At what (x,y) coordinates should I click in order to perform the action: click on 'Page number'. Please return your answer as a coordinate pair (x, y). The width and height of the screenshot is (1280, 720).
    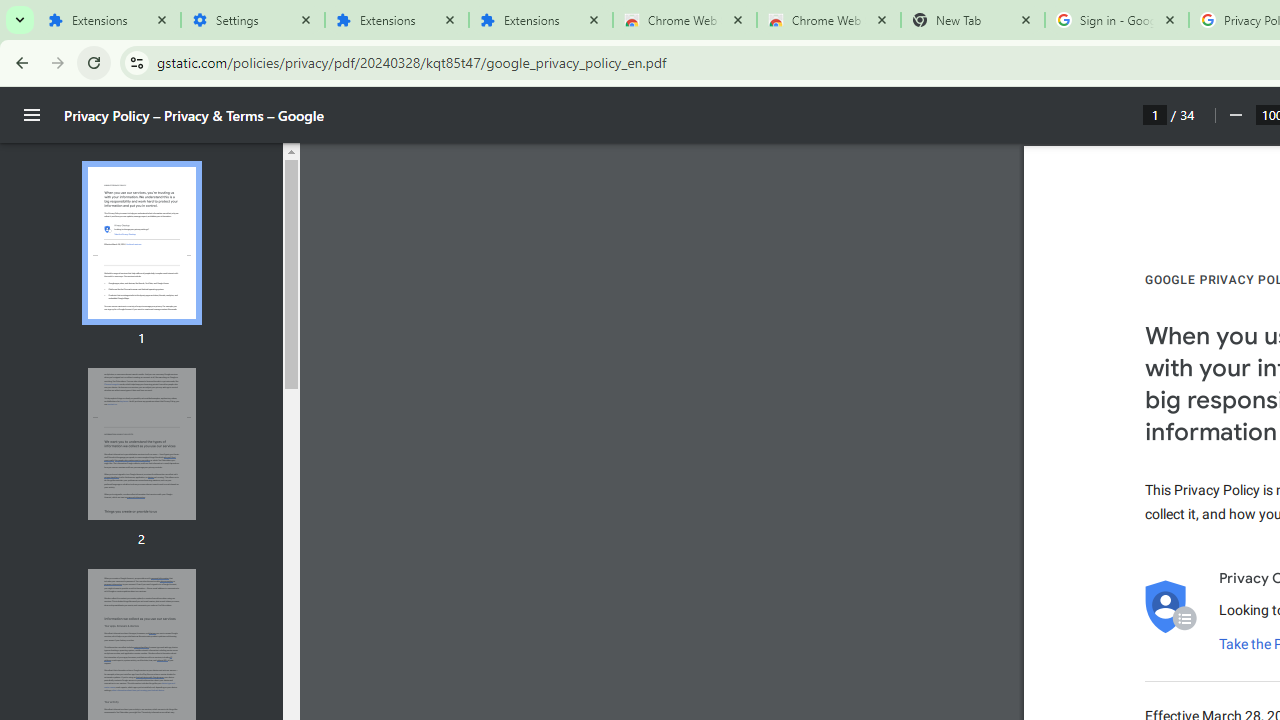
    Looking at the image, I should click on (1155, 114).